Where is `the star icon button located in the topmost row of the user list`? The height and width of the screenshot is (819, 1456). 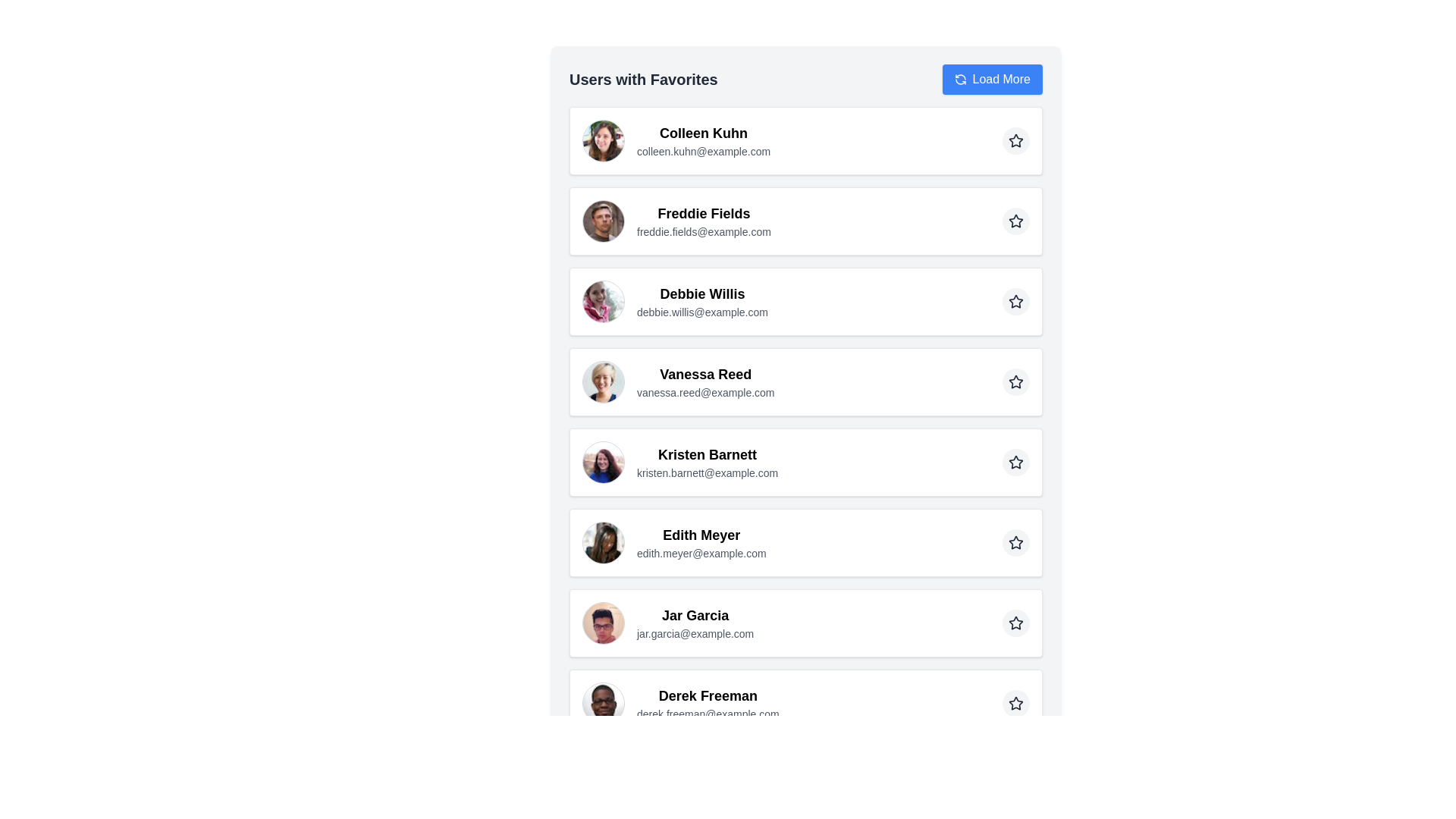
the star icon button located in the topmost row of the user list is located at coordinates (1015, 140).